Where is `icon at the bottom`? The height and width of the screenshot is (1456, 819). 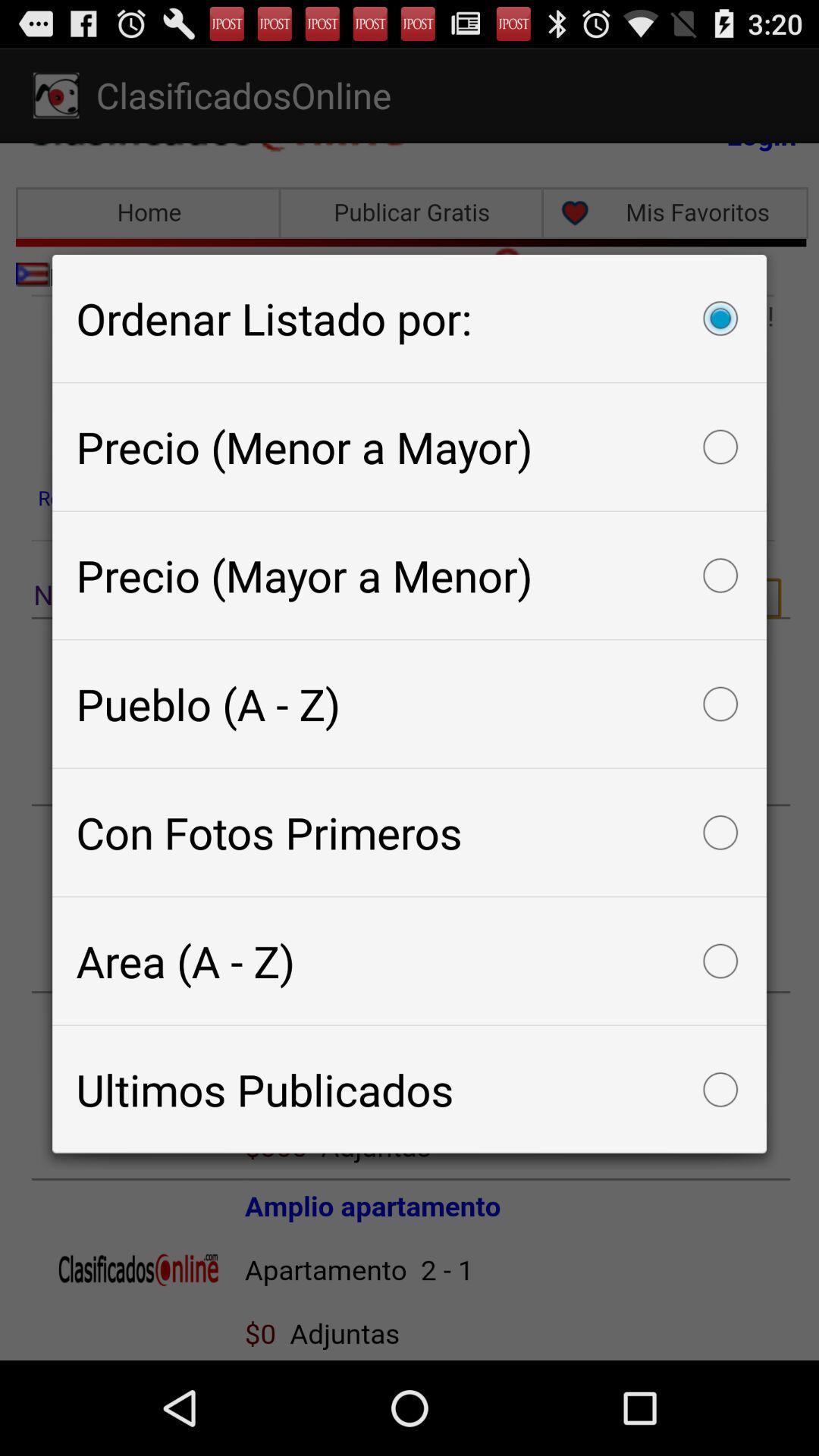 icon at the bottom is located at coordinates (409, 1088).